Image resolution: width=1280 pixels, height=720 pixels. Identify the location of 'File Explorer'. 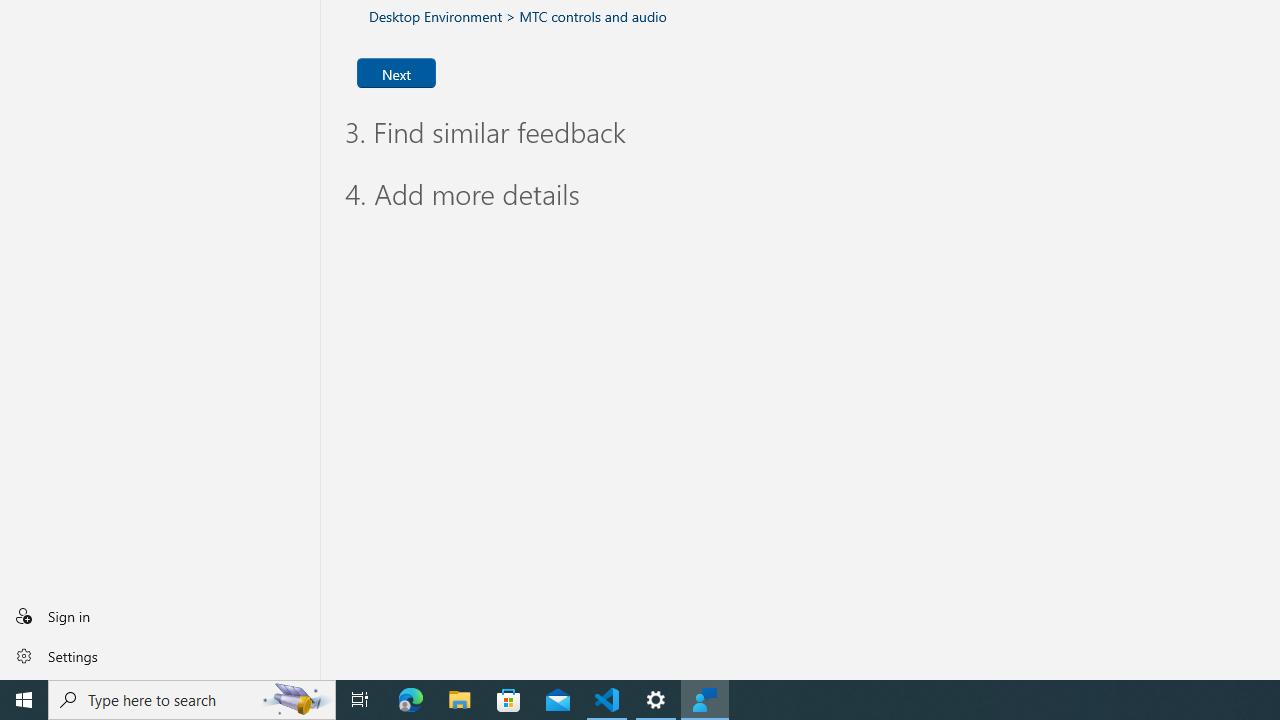
(459, 698).